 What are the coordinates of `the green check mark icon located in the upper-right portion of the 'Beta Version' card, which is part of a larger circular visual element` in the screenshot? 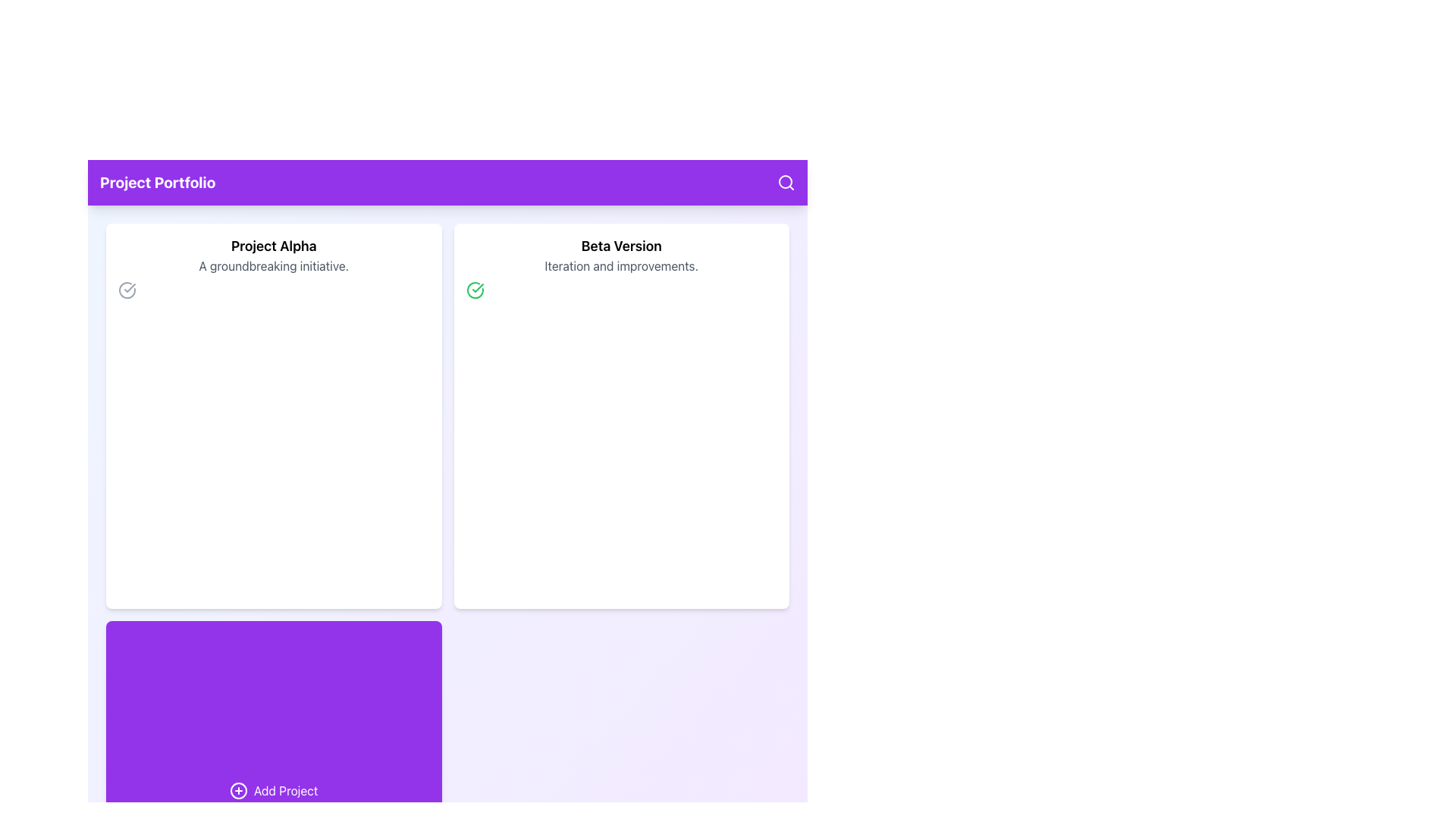 It's located at (476, 288).